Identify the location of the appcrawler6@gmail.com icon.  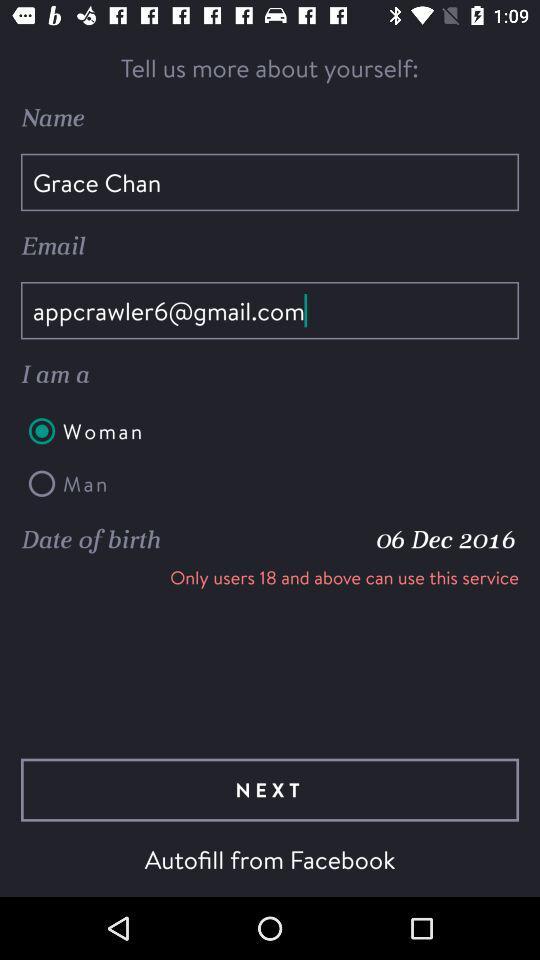
(270, 310).